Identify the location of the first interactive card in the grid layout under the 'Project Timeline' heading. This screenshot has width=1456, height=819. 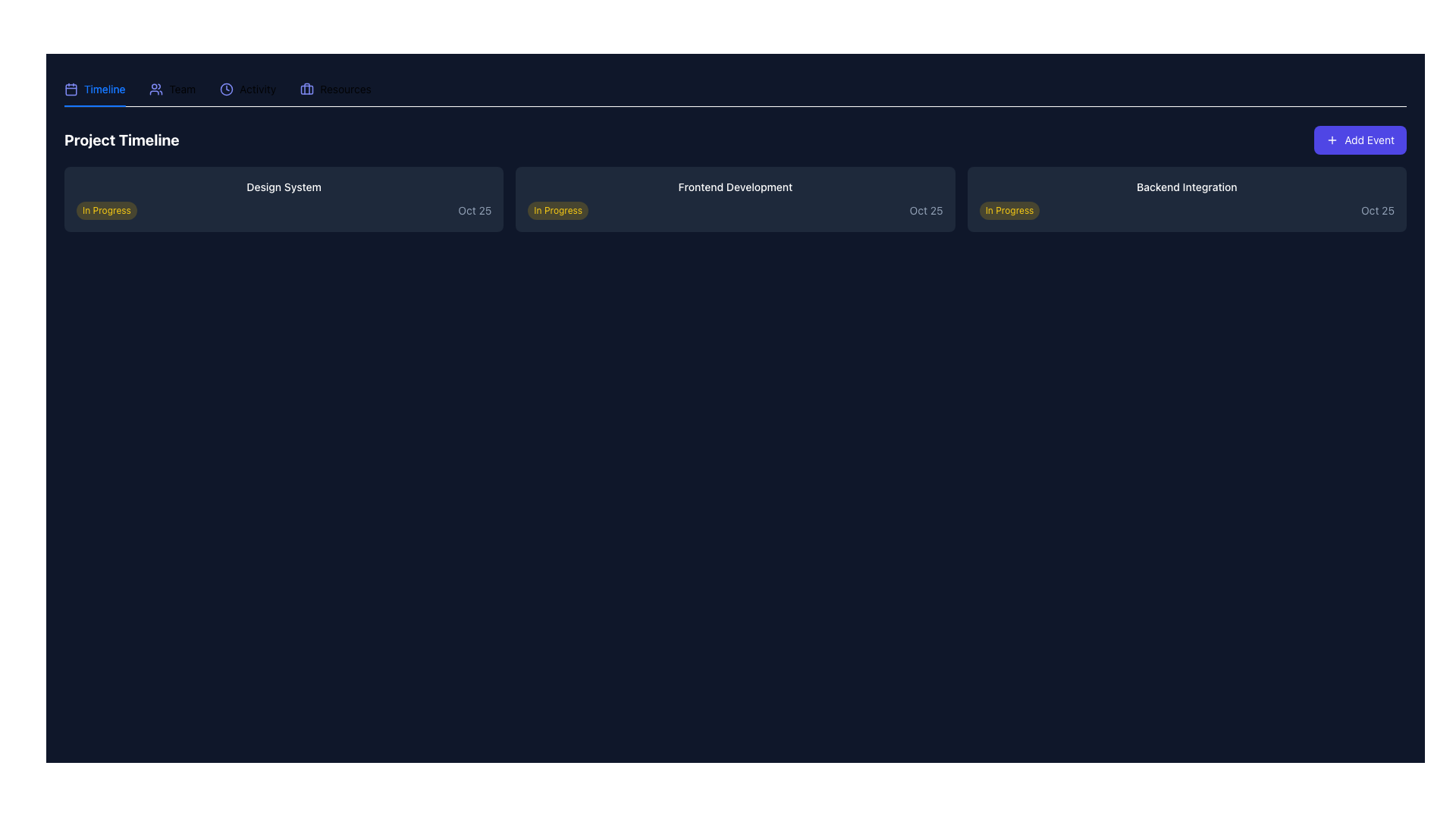
(284, 198).